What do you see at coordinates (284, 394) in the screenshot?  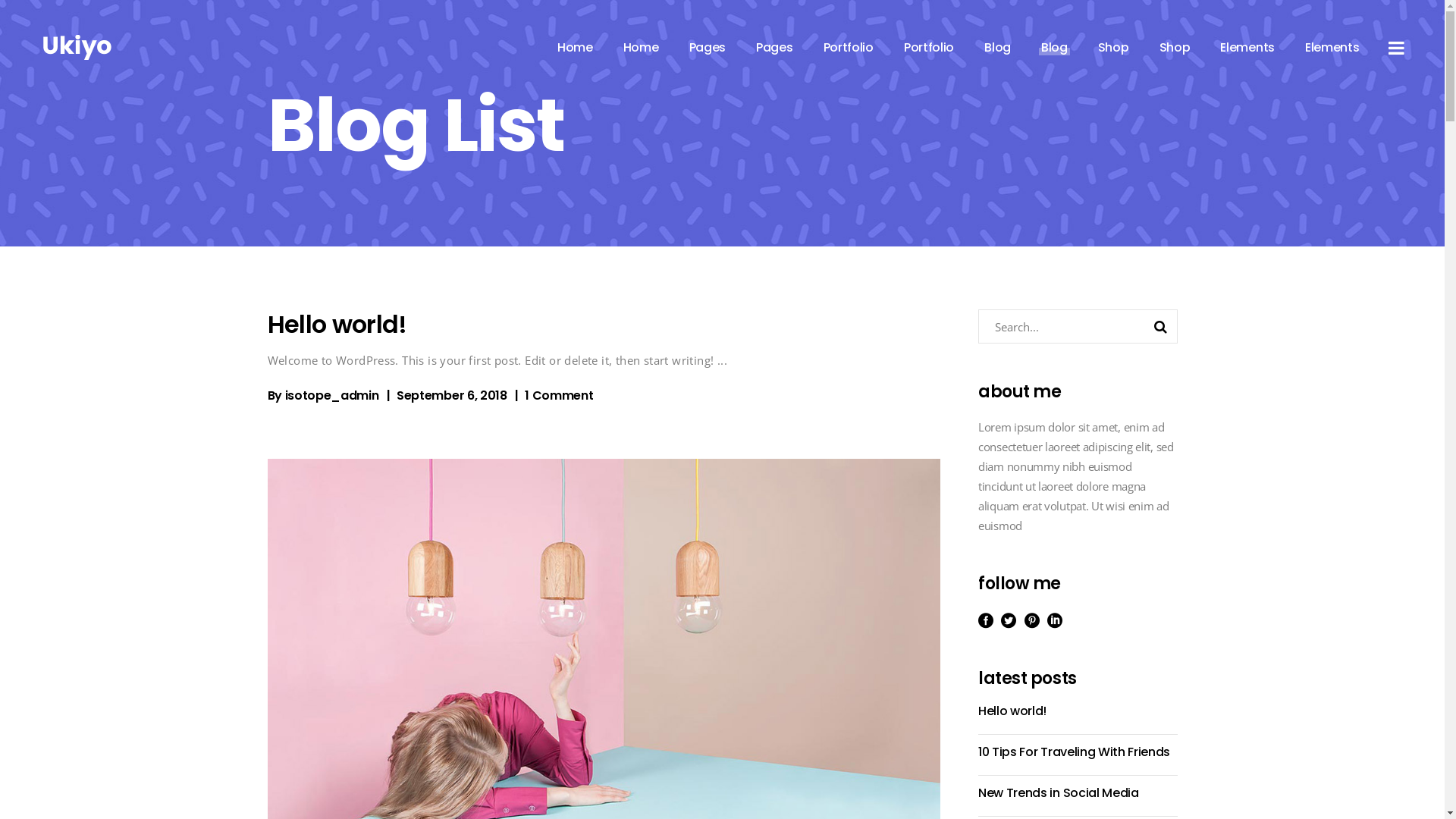 I see `'isotope_admin'` at bounding box center [284, 394].